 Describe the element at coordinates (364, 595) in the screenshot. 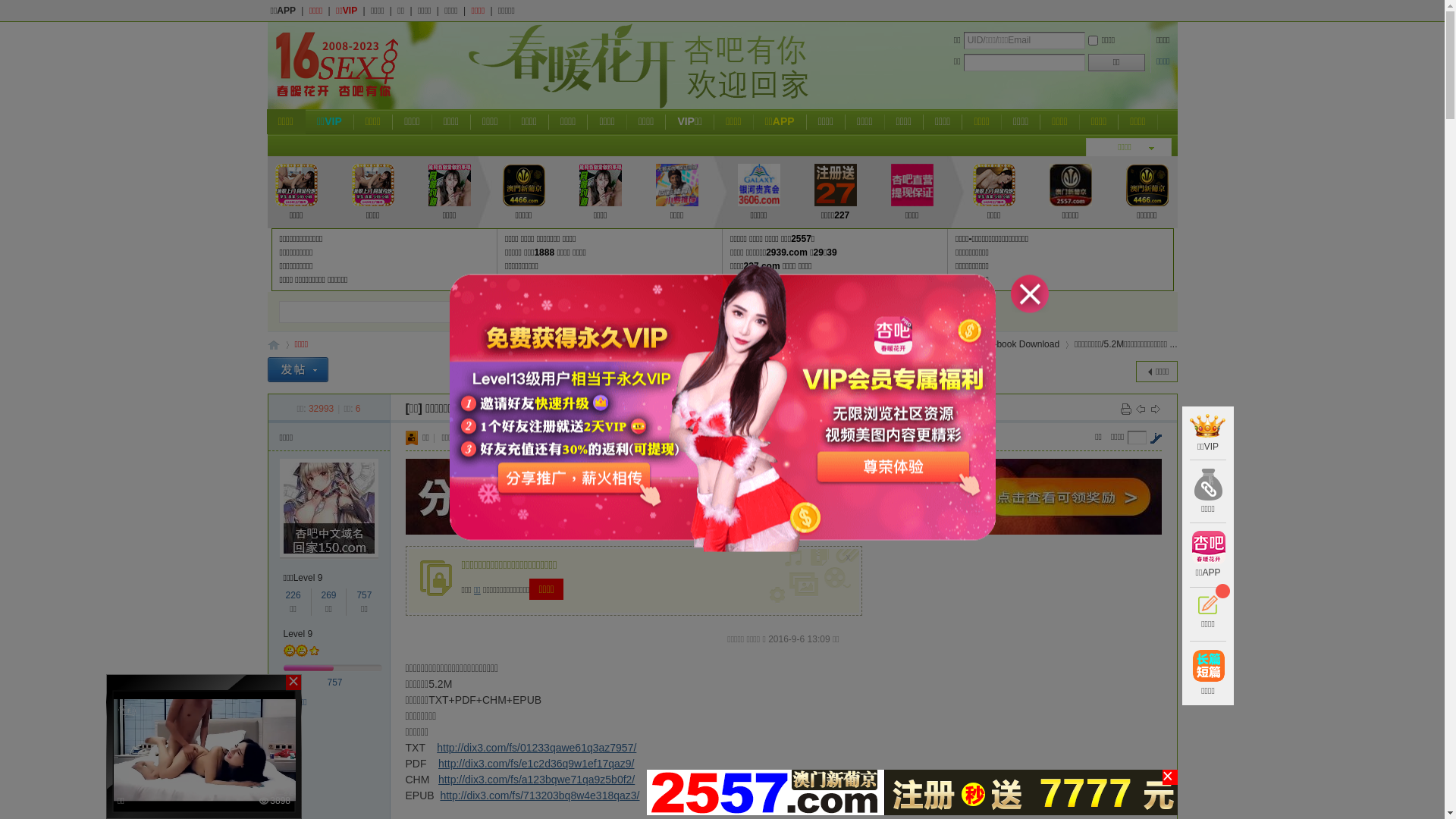

I see `'757'` at that location.